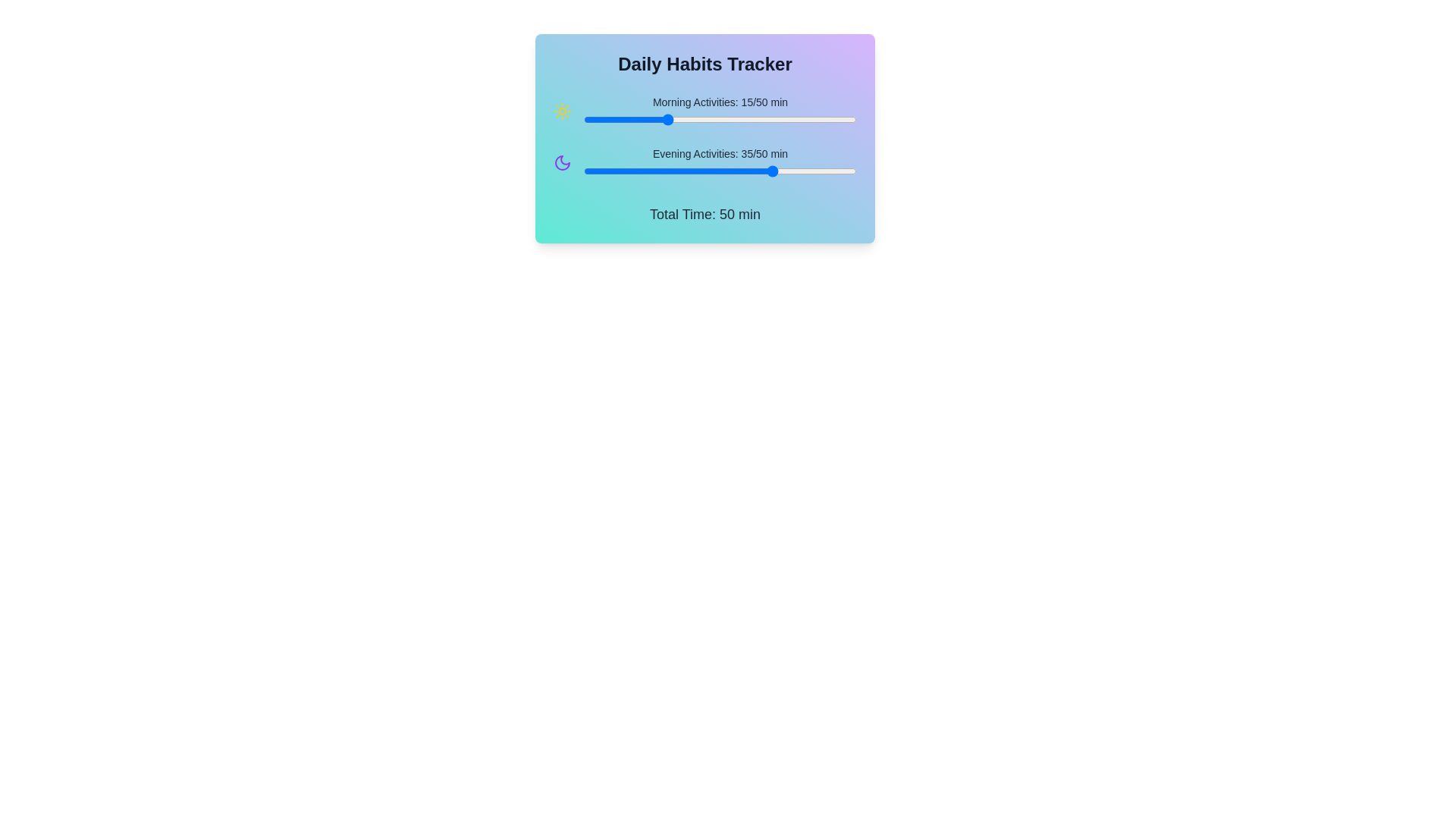 Image resolution: width=1456 pixels, height=819 pixels. What do you see at coordinates (845, 171) in the screenshot?
I see `the evening activity time` at bounding box center [845, 171].